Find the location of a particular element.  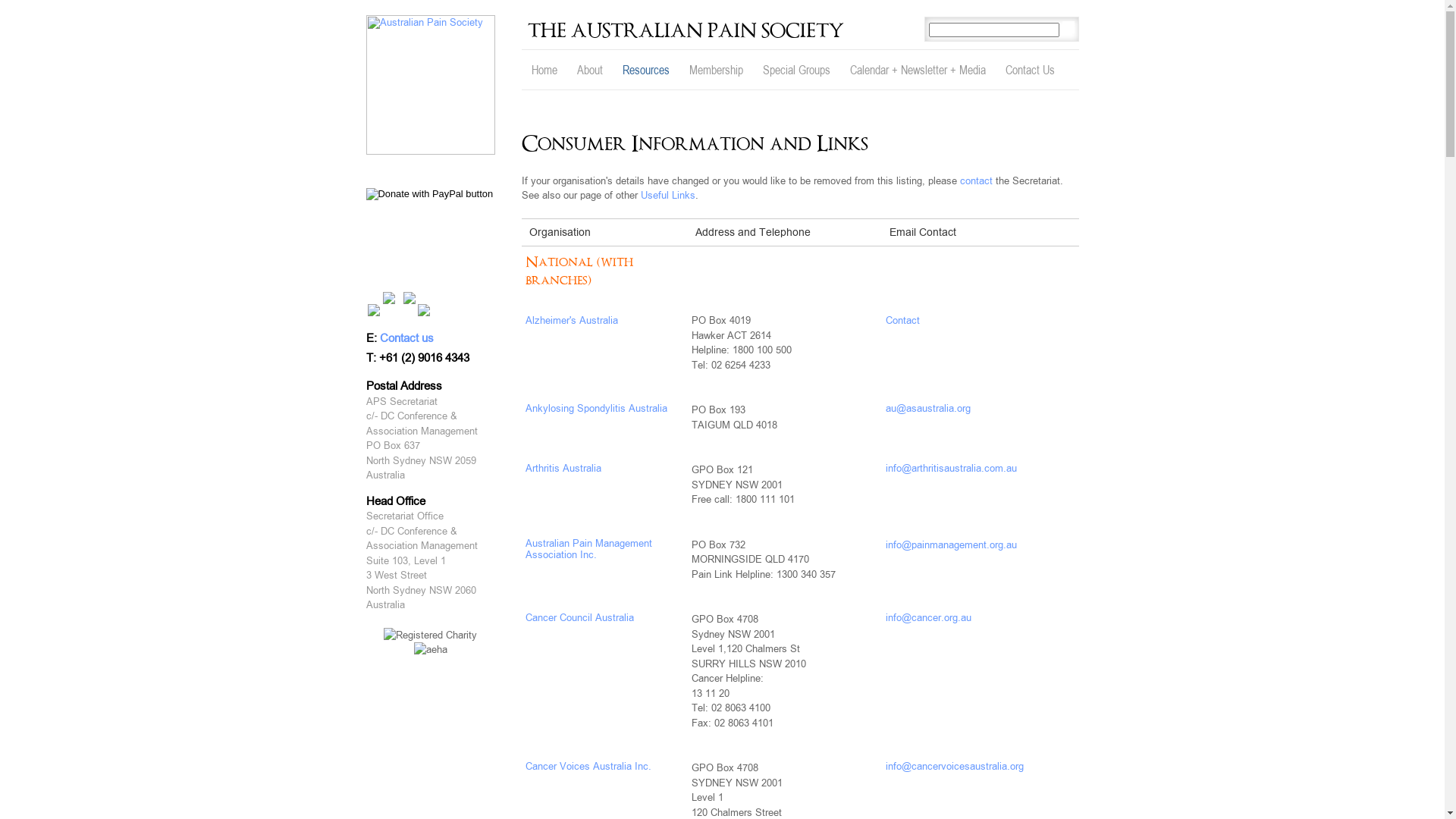

'Contact Us' is located at coordinates (1029, 70).